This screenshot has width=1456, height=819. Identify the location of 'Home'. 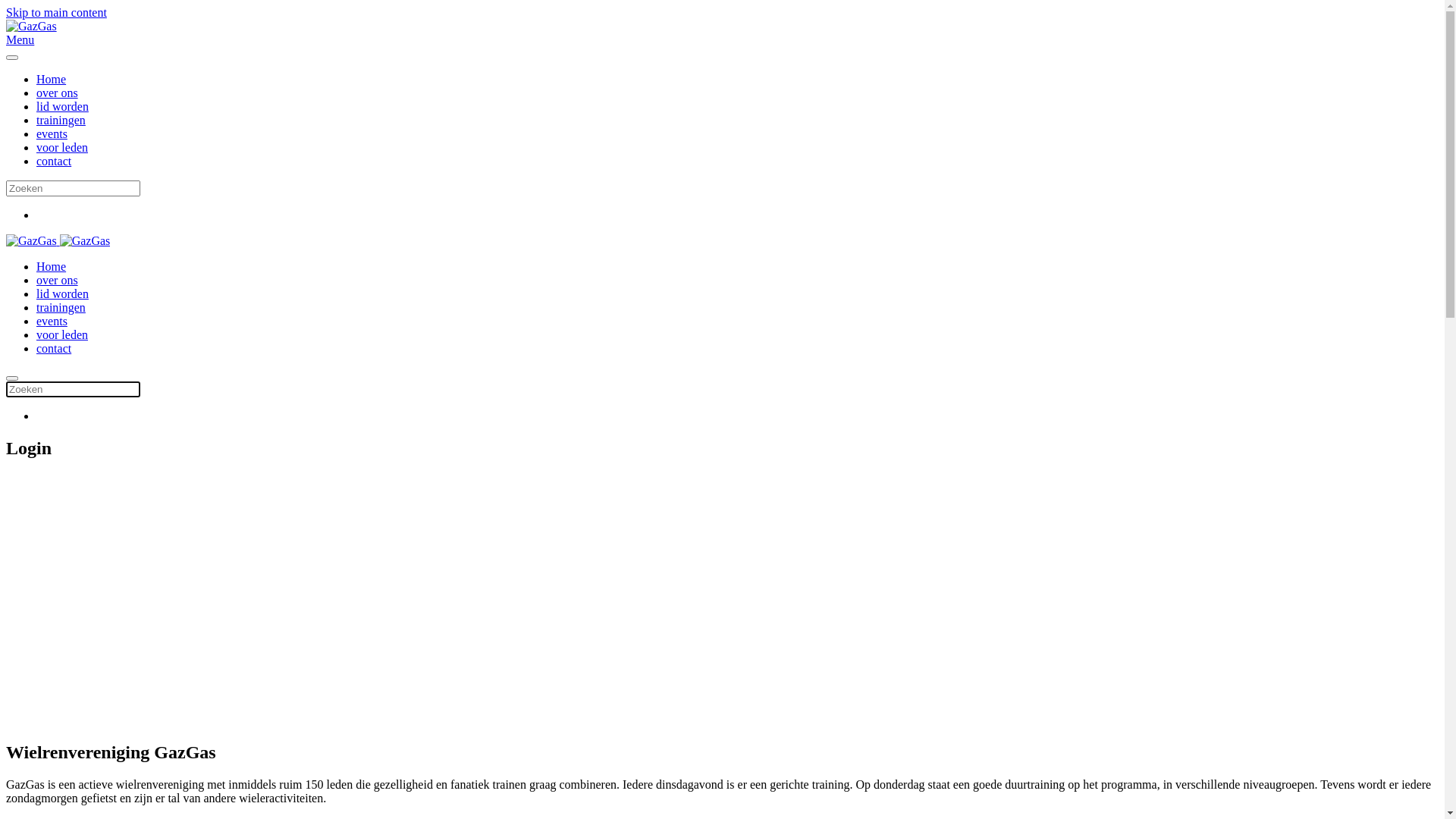
(51, 265).